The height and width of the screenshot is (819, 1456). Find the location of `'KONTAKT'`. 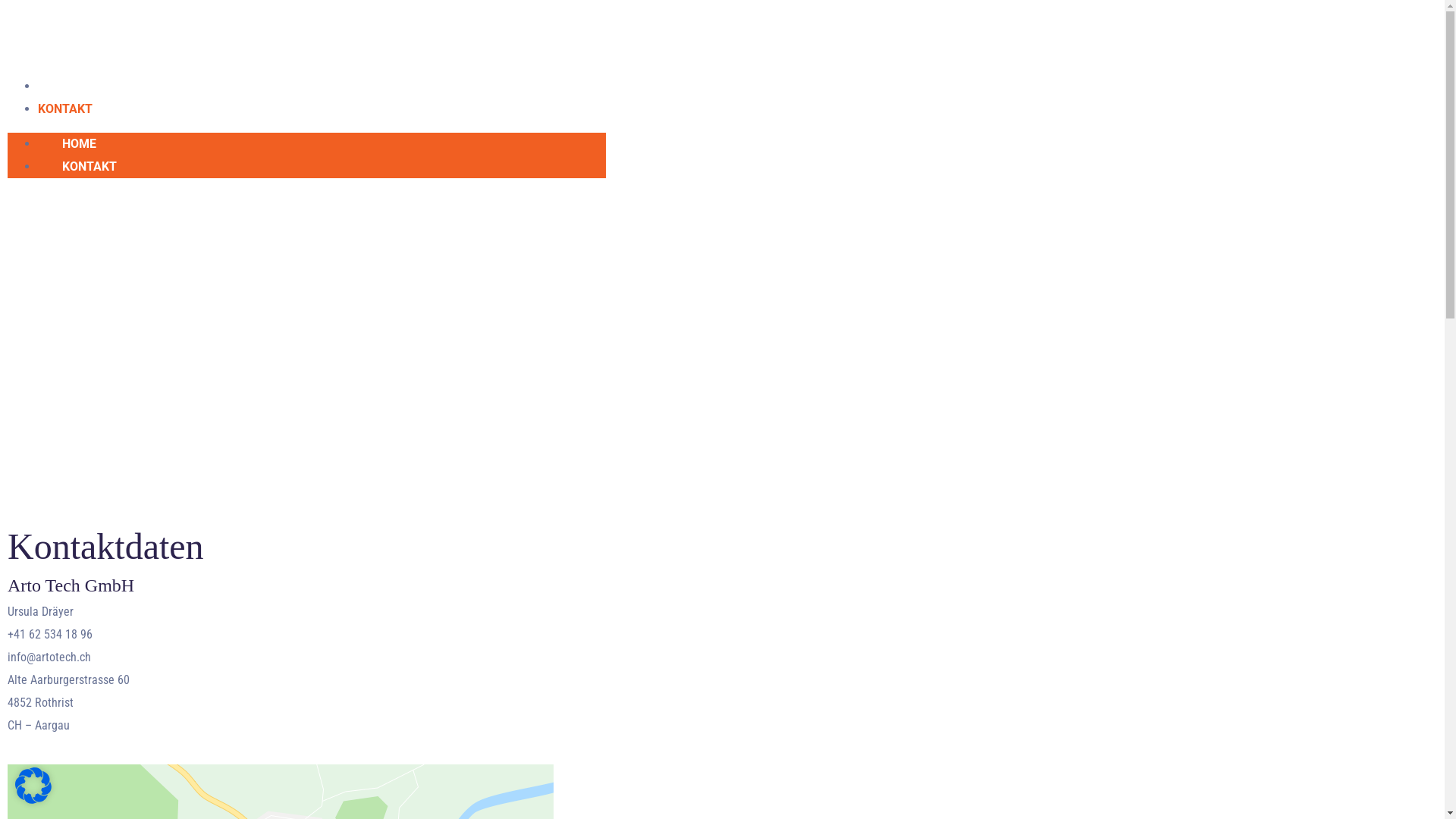

'KONTAKT' is located at coordinates (89, 166).